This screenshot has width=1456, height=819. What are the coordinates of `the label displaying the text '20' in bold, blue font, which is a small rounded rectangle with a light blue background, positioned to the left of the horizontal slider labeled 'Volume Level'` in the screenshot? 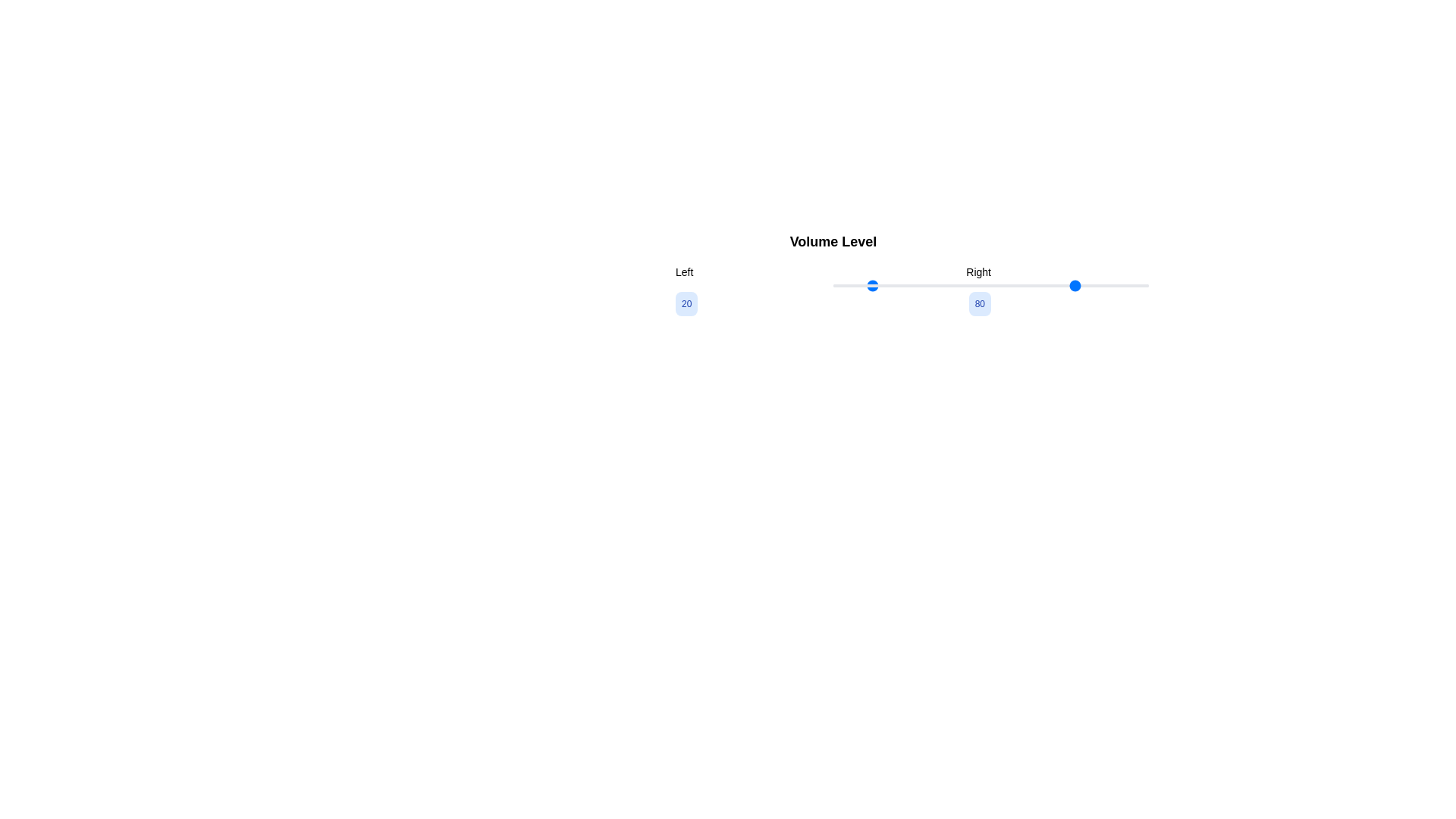 It's located at (686, 304).